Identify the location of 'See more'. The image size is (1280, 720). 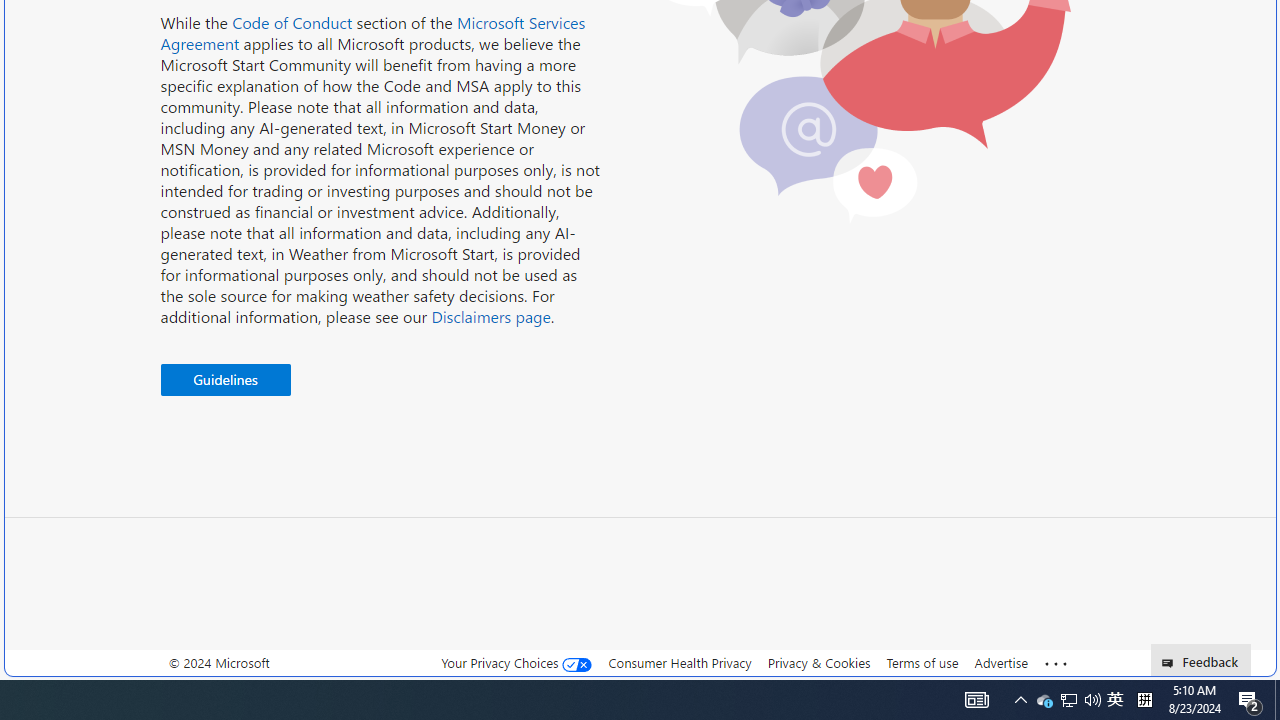
(1055, 664).